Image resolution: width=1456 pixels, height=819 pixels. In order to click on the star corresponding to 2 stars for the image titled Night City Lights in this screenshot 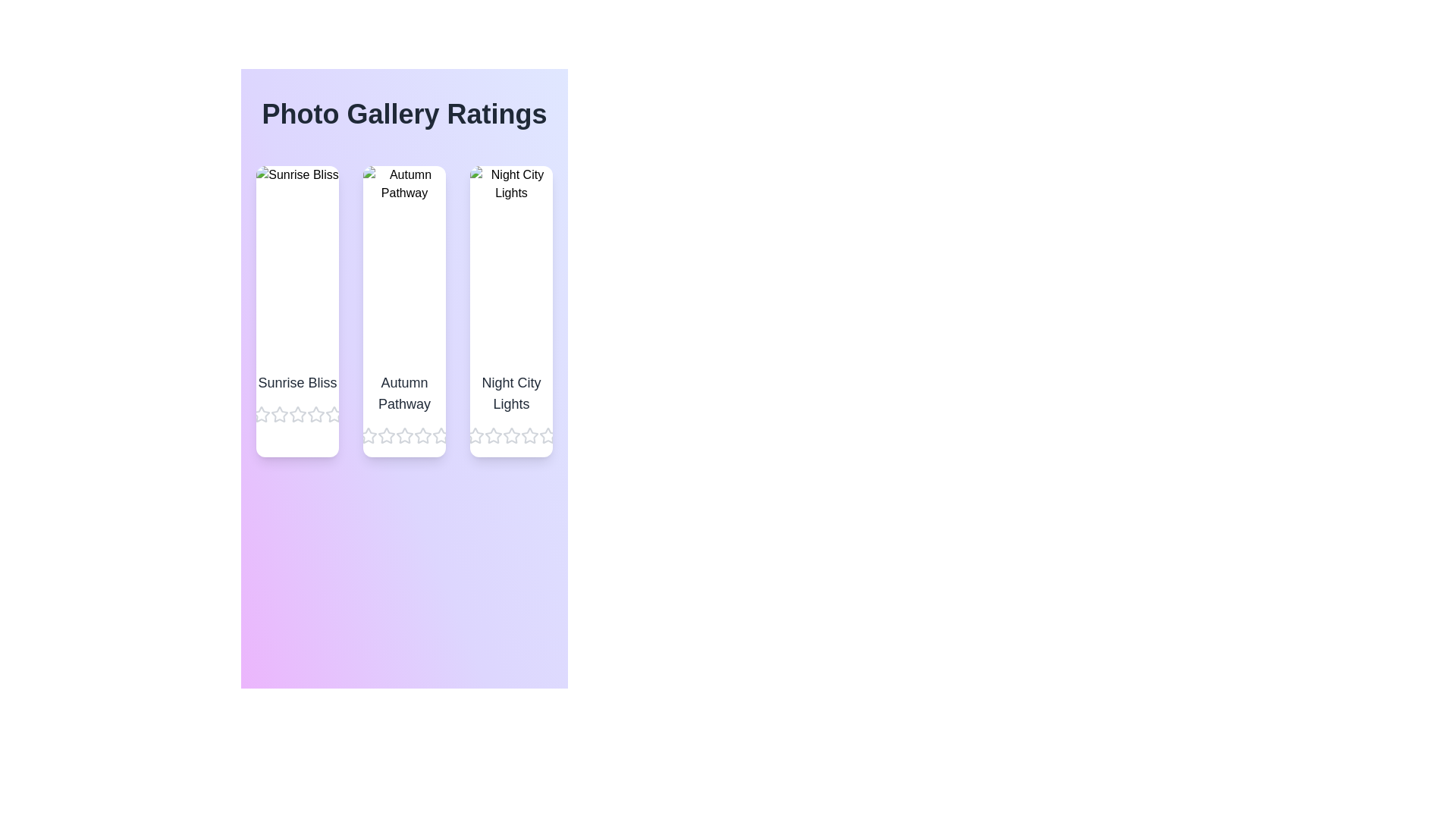, I will do `click(493, 435)`.